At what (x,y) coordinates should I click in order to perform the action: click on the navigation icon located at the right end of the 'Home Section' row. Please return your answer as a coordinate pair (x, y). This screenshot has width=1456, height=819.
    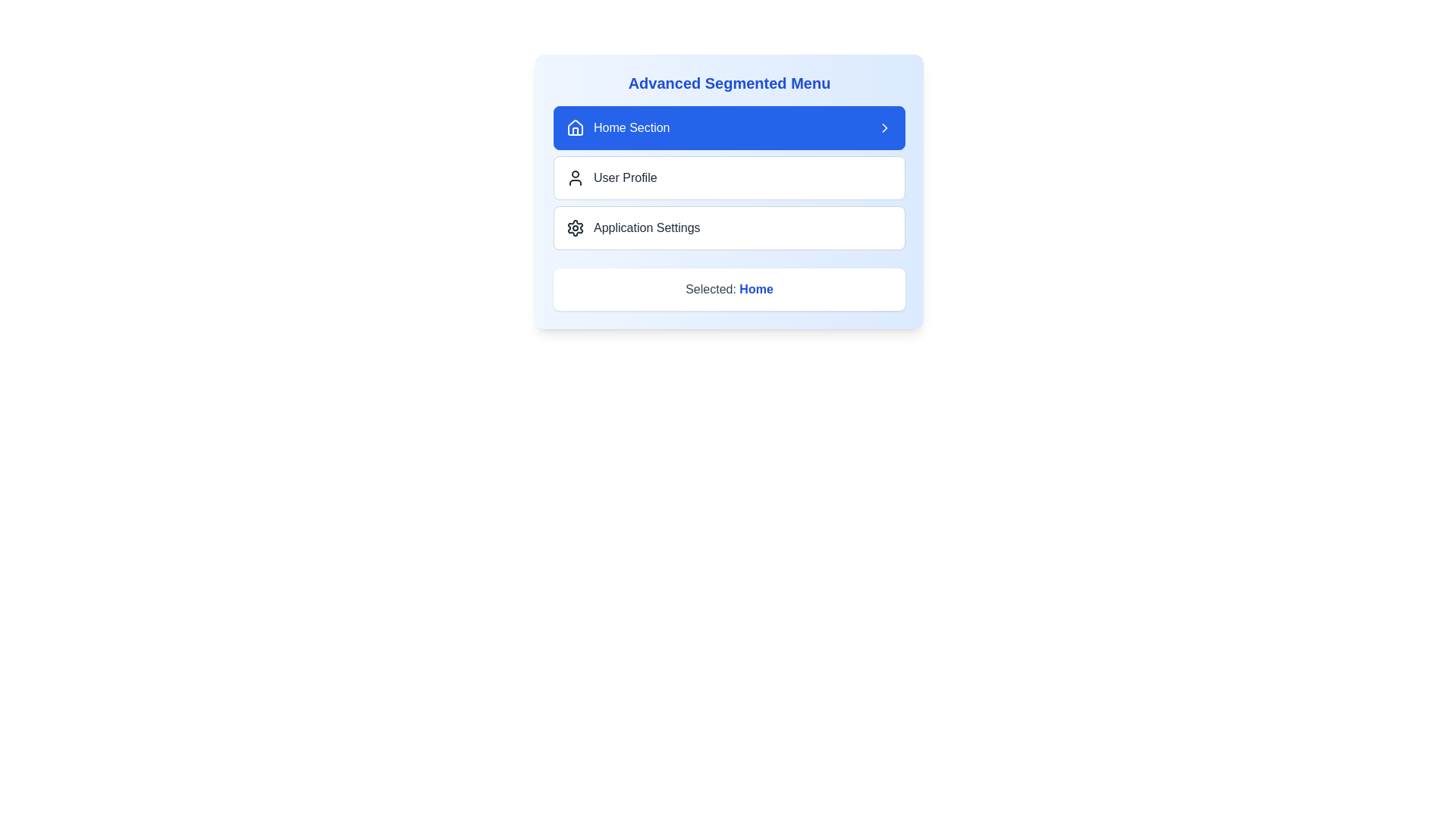
    Looking at the image, I should click on (884, 127).